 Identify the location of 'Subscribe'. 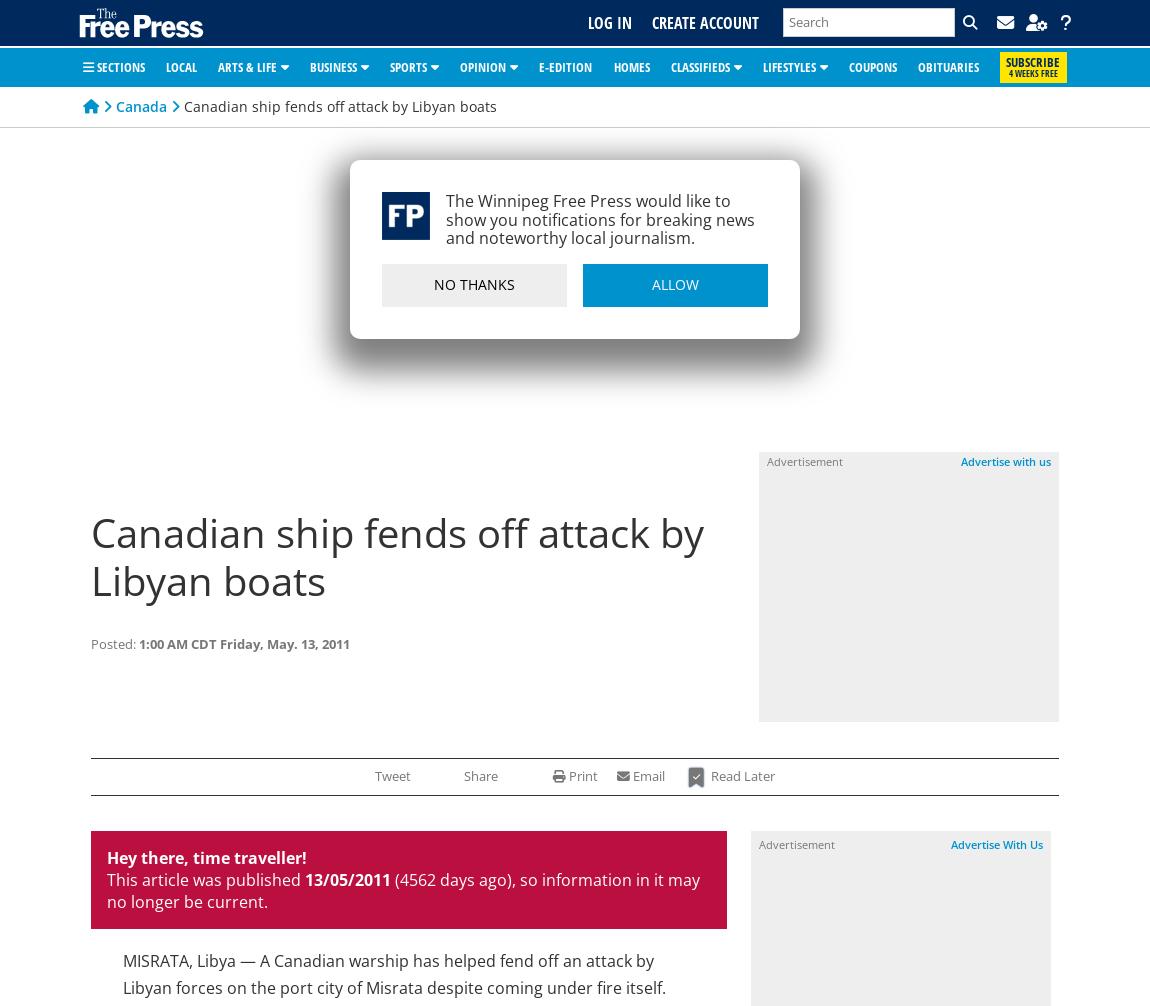
(1033, 61).